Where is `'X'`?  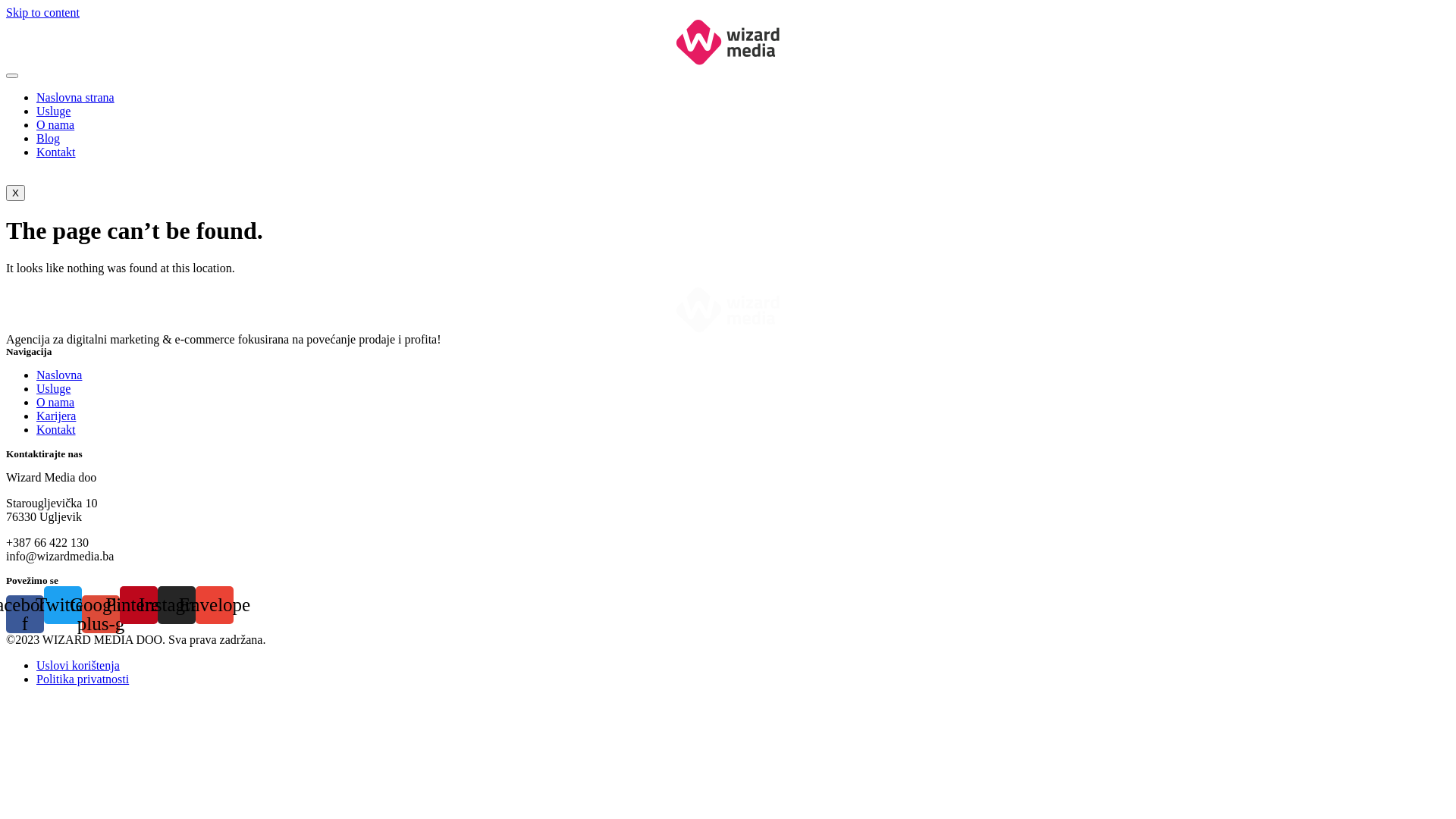
'X' is located at coordinates (15, 192).